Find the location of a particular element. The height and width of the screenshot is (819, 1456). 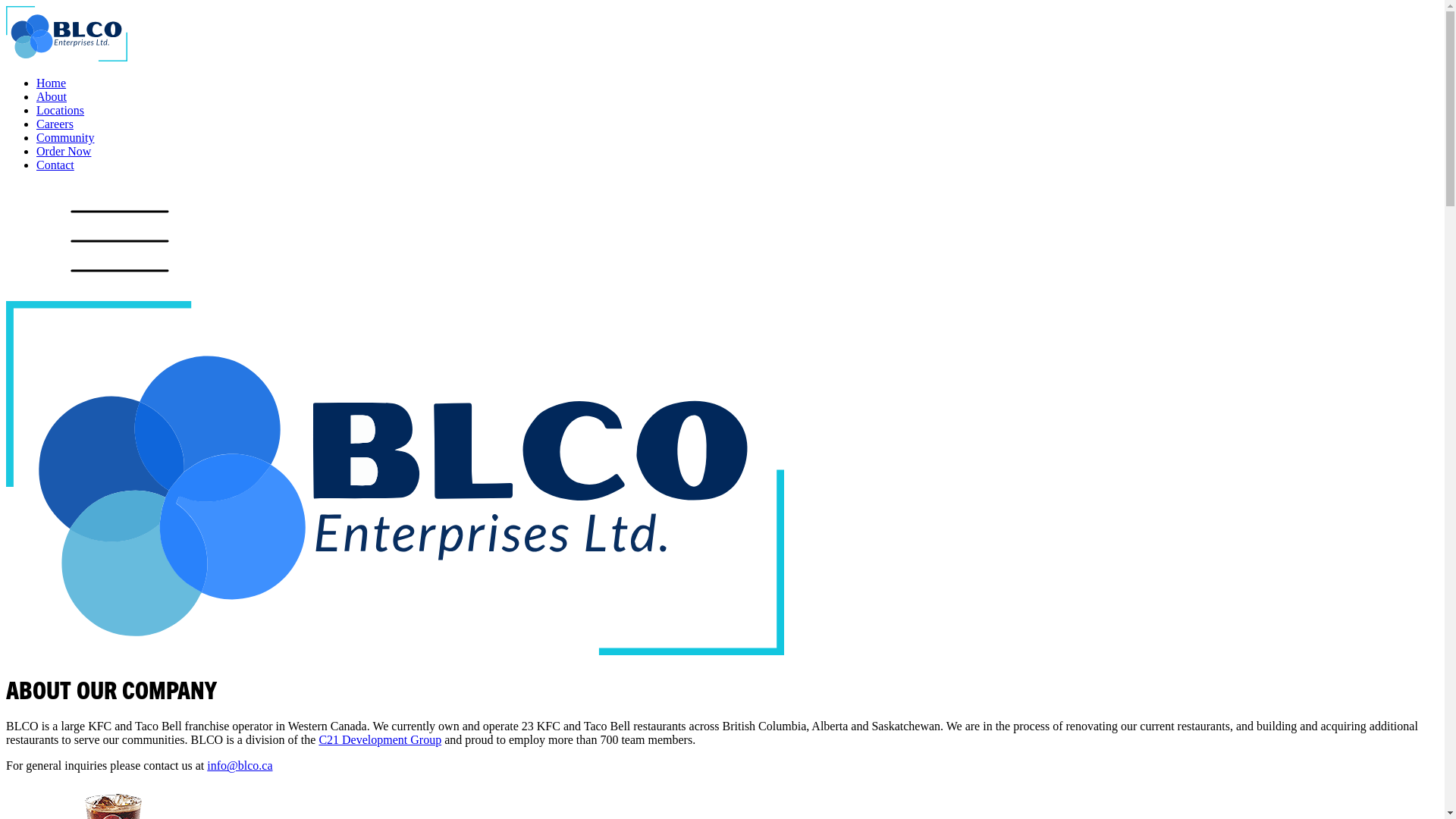

'C21 Development Group' is located at coordinates (379, 739).